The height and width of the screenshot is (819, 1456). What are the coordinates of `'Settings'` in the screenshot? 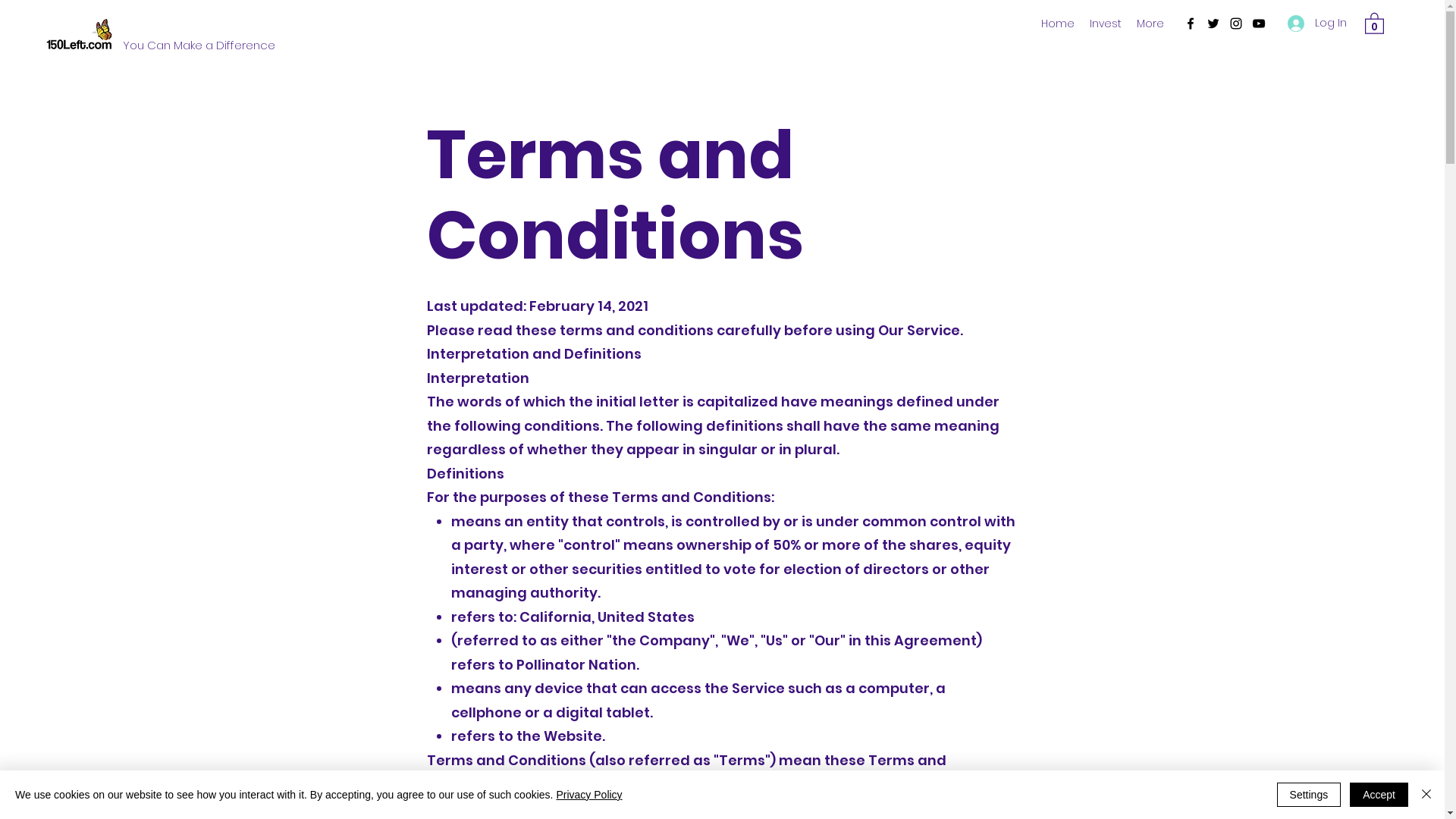 It's located at (1276, 794).